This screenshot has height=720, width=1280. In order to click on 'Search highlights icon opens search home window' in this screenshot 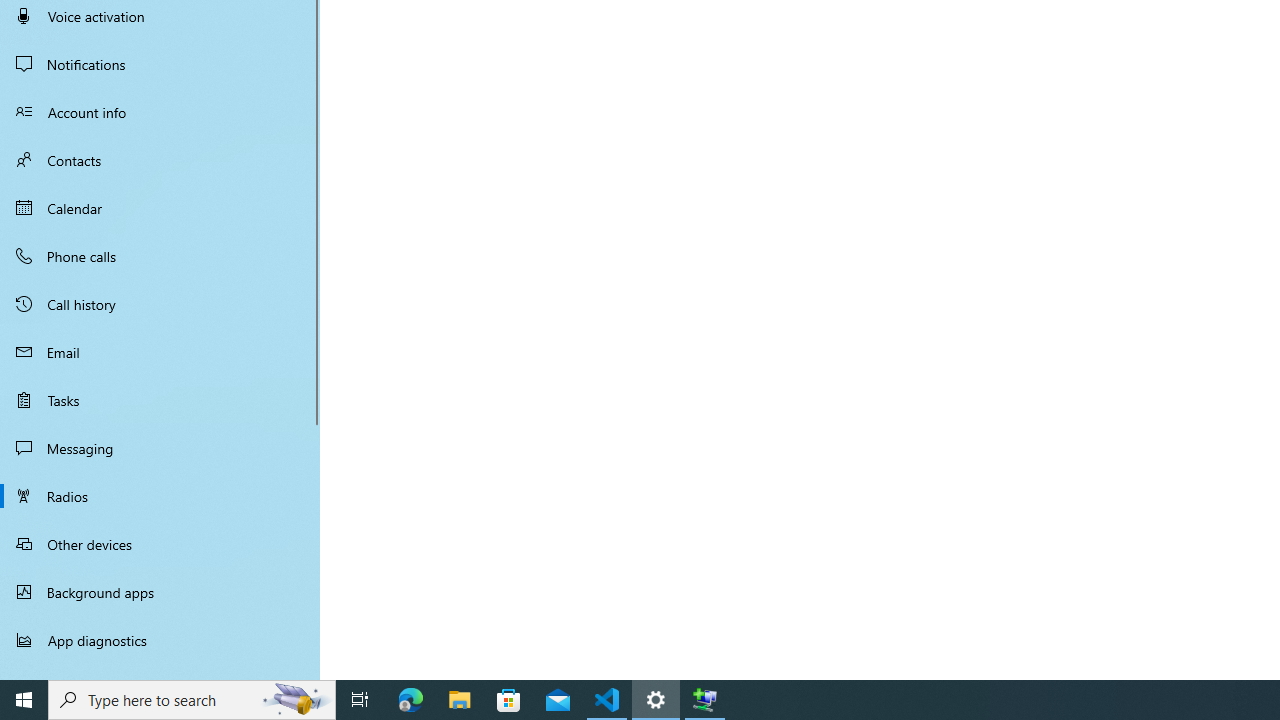, I will do `click(294, 698)`.